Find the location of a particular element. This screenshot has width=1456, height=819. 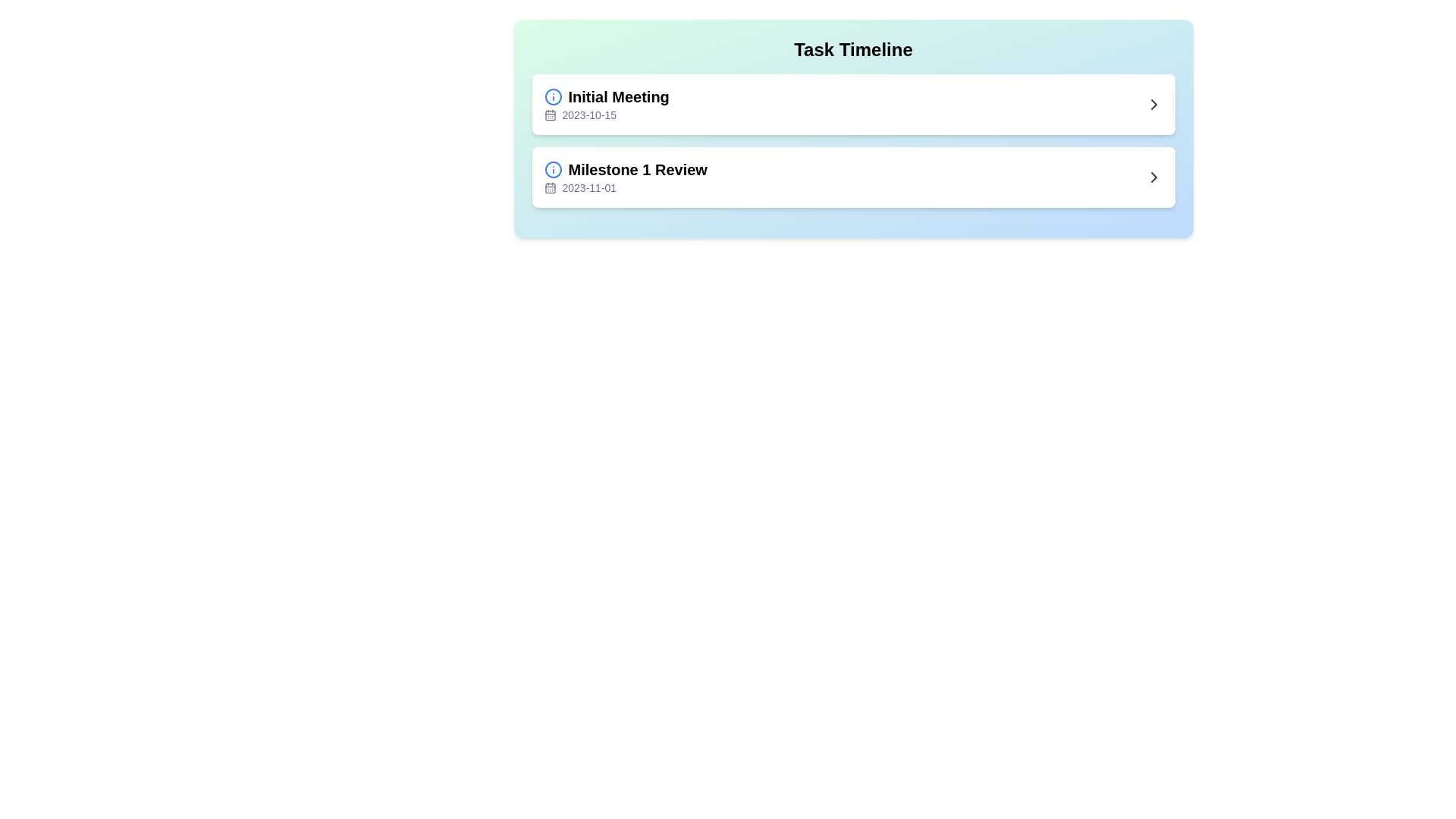

the small, rightward pointing chevron arrow icon located at the far right of the 'Initial Meeting' timeline event entry is located at coordinates (1153, 104).